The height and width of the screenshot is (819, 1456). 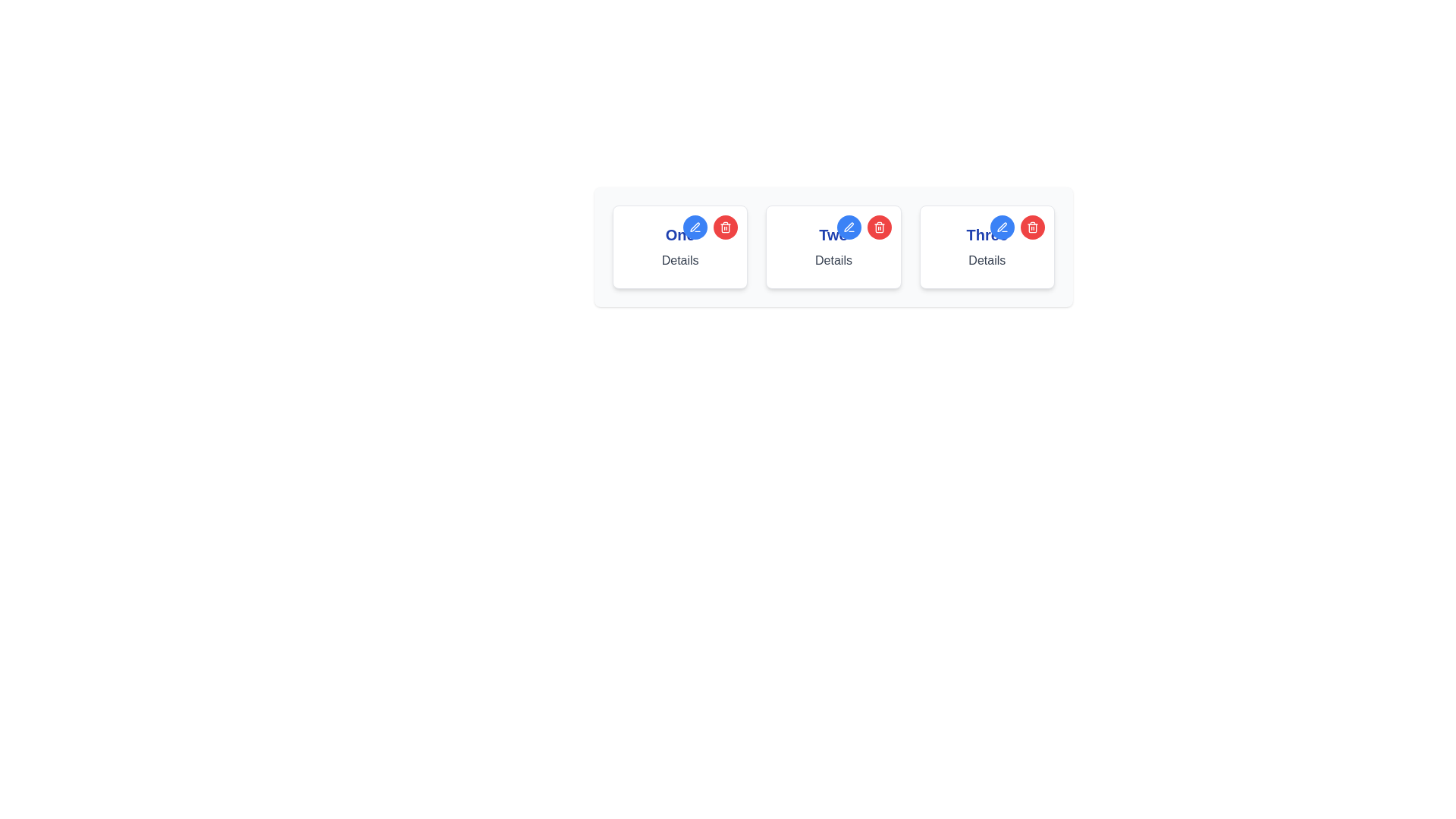 What do you see at coordinates (725, 227) in the screenshot?
I see `the red circular button with a white trash icon located at the top-right of the first card labeled 'One'` at bounding box center [725, 227].